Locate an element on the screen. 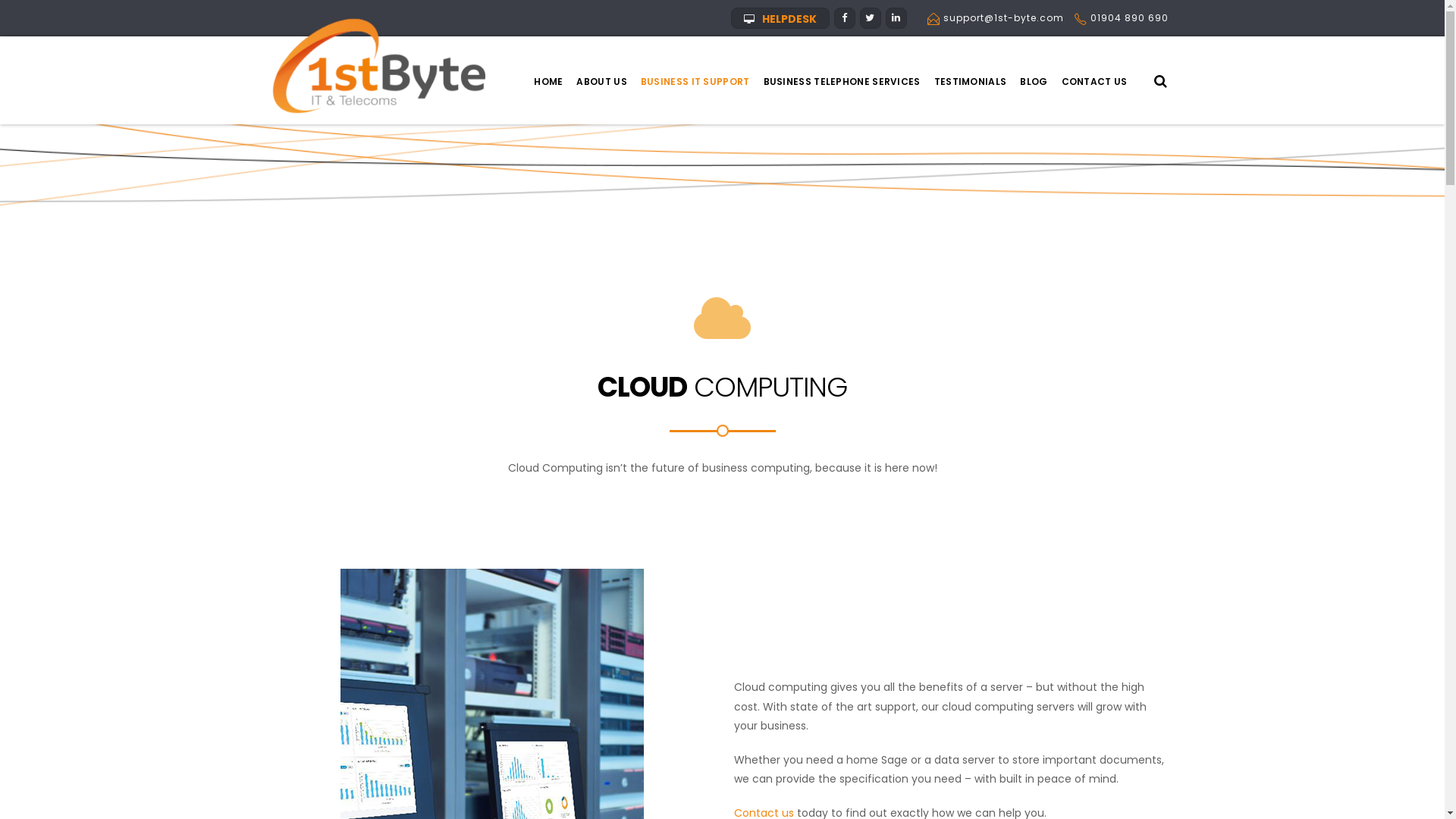 The image size is (1456, 819). 'HELPDESK' is located at coordinates (731, 17).